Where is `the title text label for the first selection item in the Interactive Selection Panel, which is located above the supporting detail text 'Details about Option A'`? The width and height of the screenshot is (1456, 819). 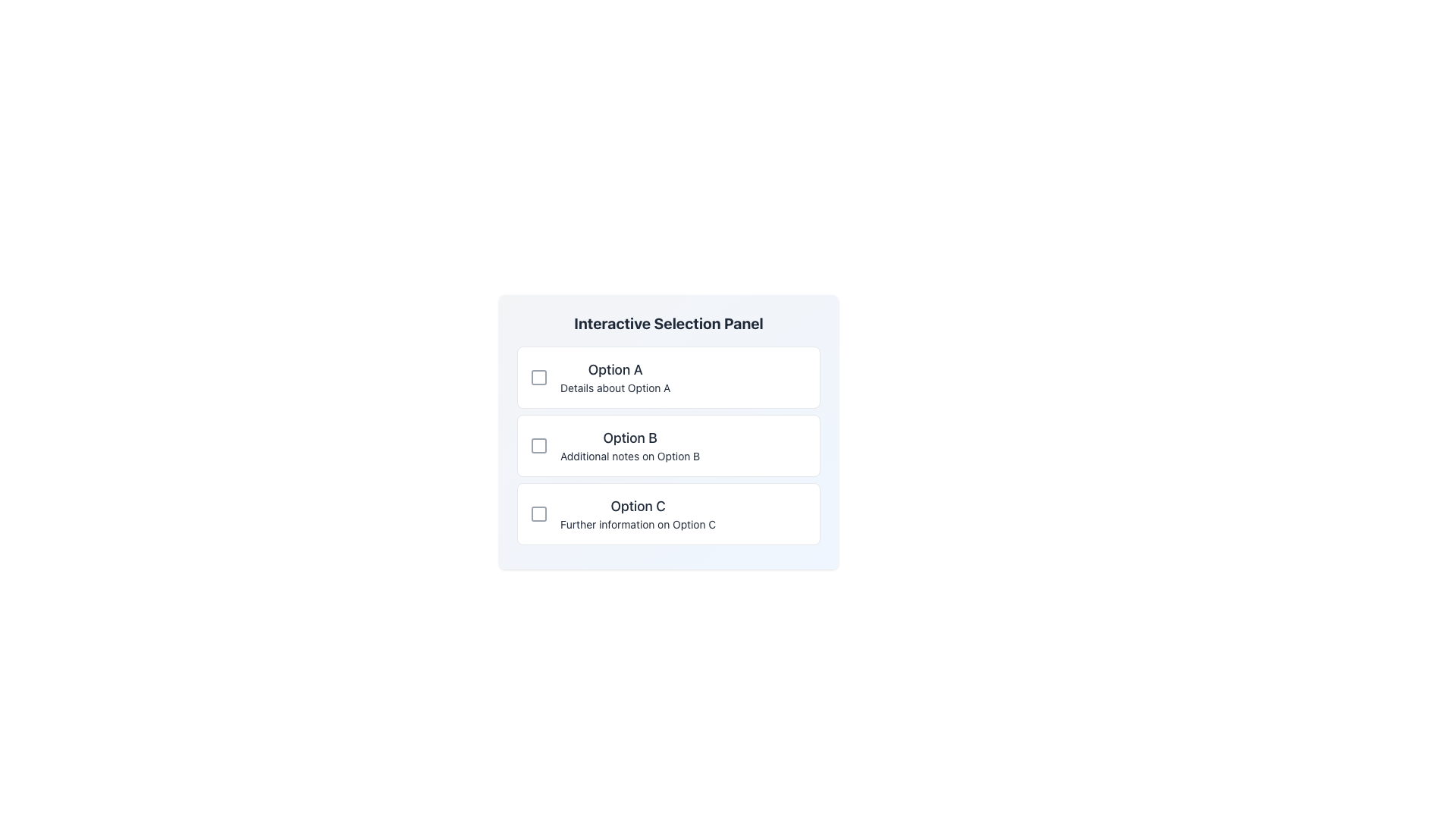
the title text label for the first selection item in the Interactive Selection Panel, which is located above the supporting detail text 'Details about Option A' is located at coordinates (615, 370).